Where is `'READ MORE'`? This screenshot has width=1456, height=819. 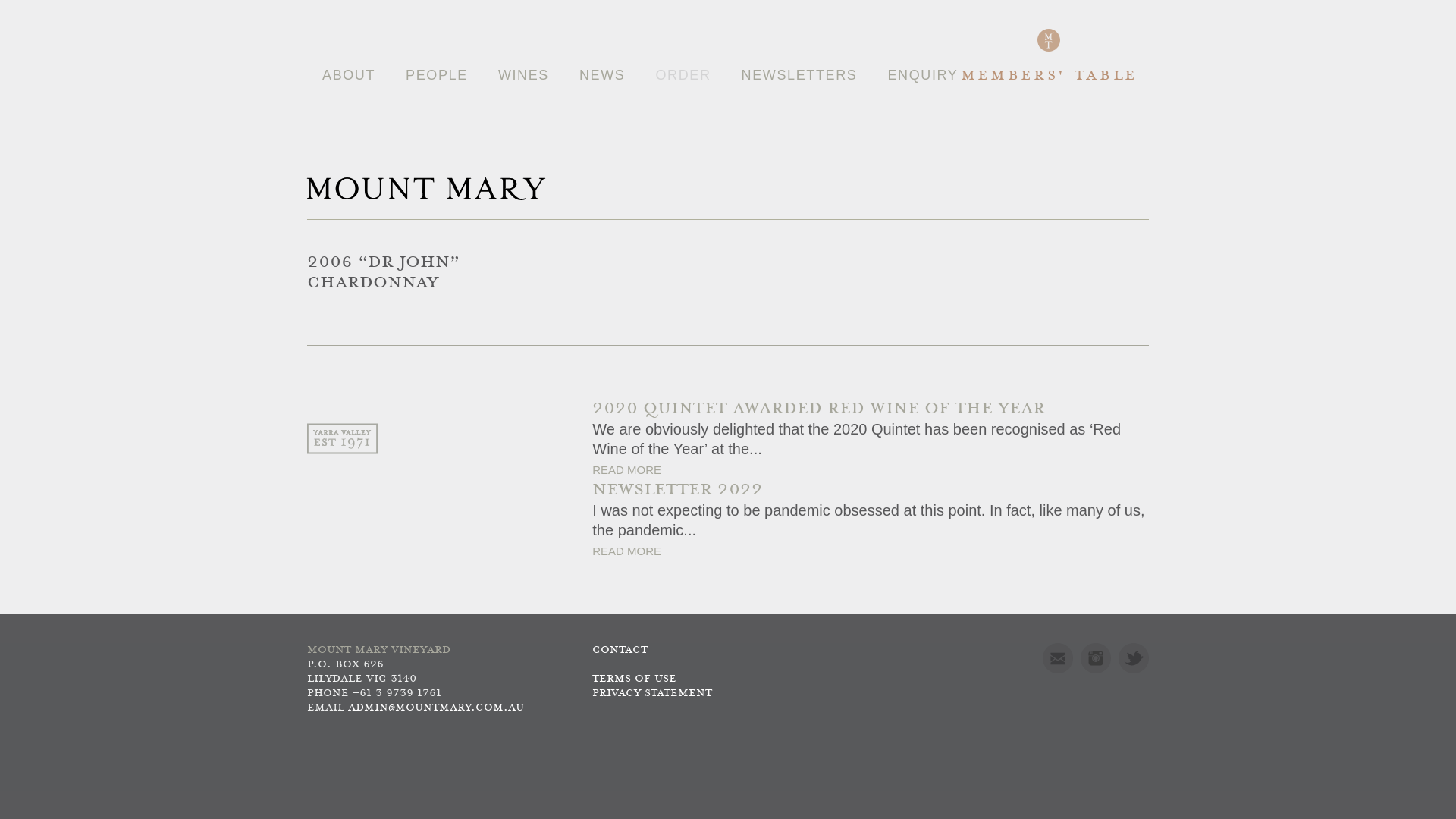 'READ MORE' is located at coordinates (626, 469).